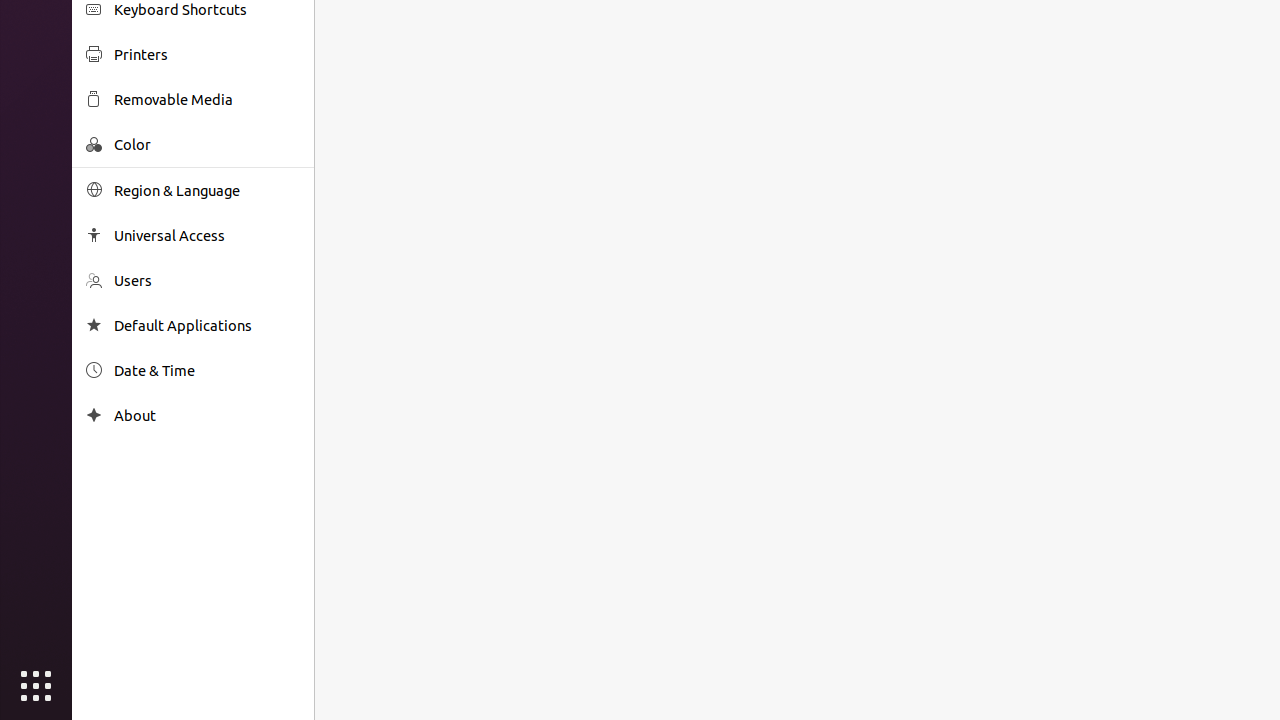  What do you see at coordinates (206, 234) in the screenshot?
I see `'Universal Access'` at bounding box center [206, 234].